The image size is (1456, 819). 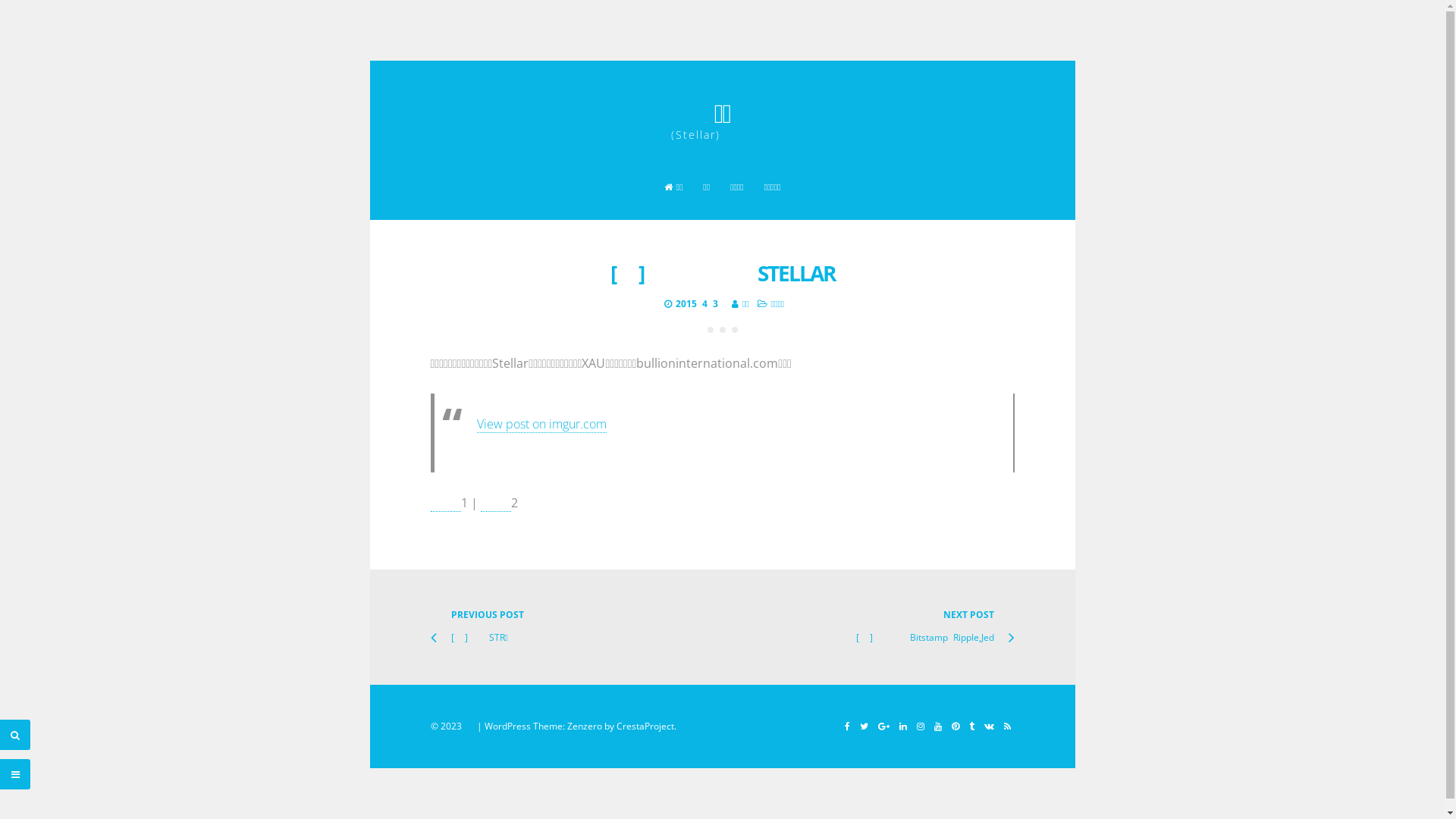 I want to click on 'Pinterest', so click(x=954, y=725).